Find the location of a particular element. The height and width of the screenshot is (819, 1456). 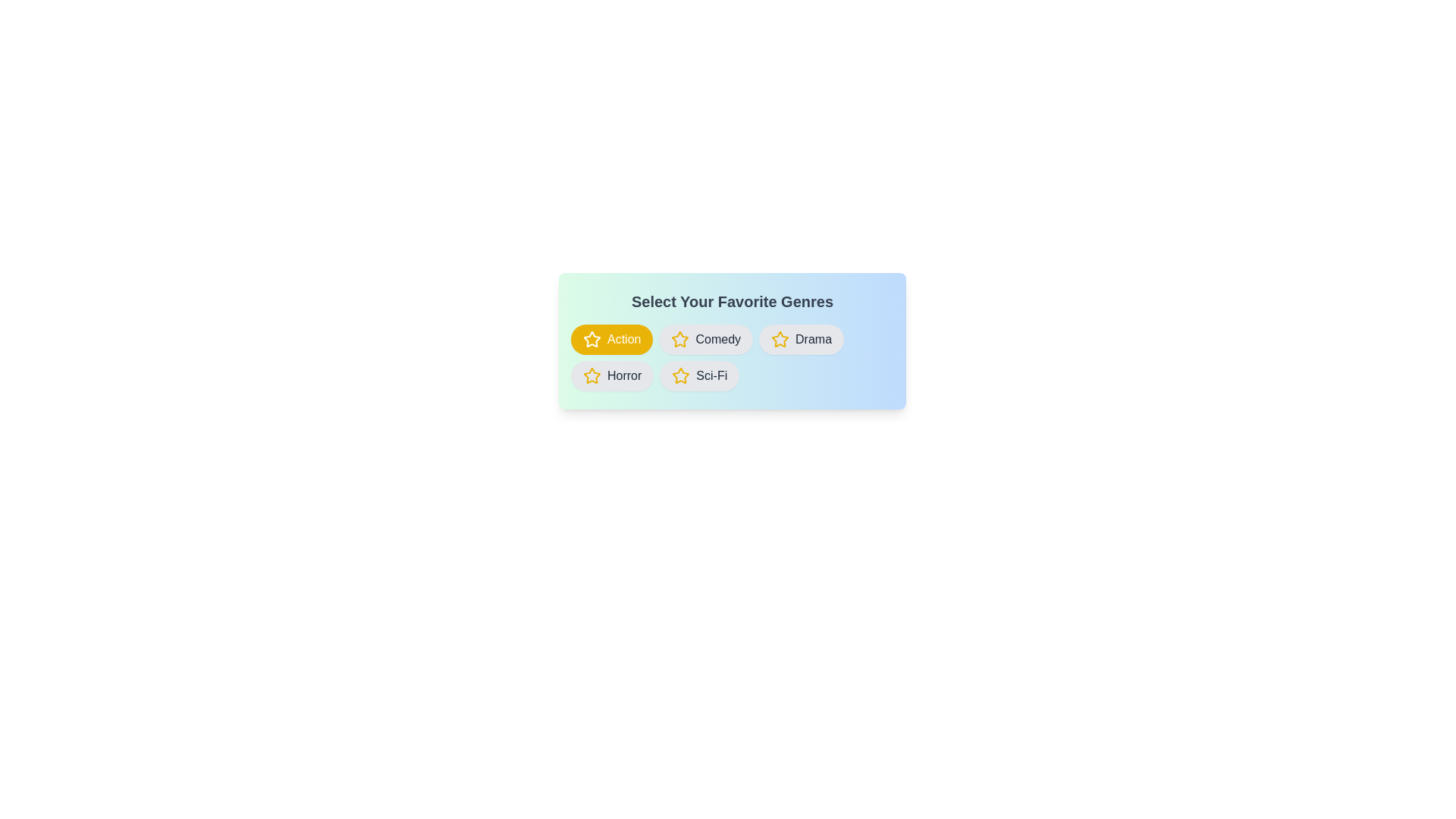

the category Action to observe the hover effect is located at coordinates (611, 338).